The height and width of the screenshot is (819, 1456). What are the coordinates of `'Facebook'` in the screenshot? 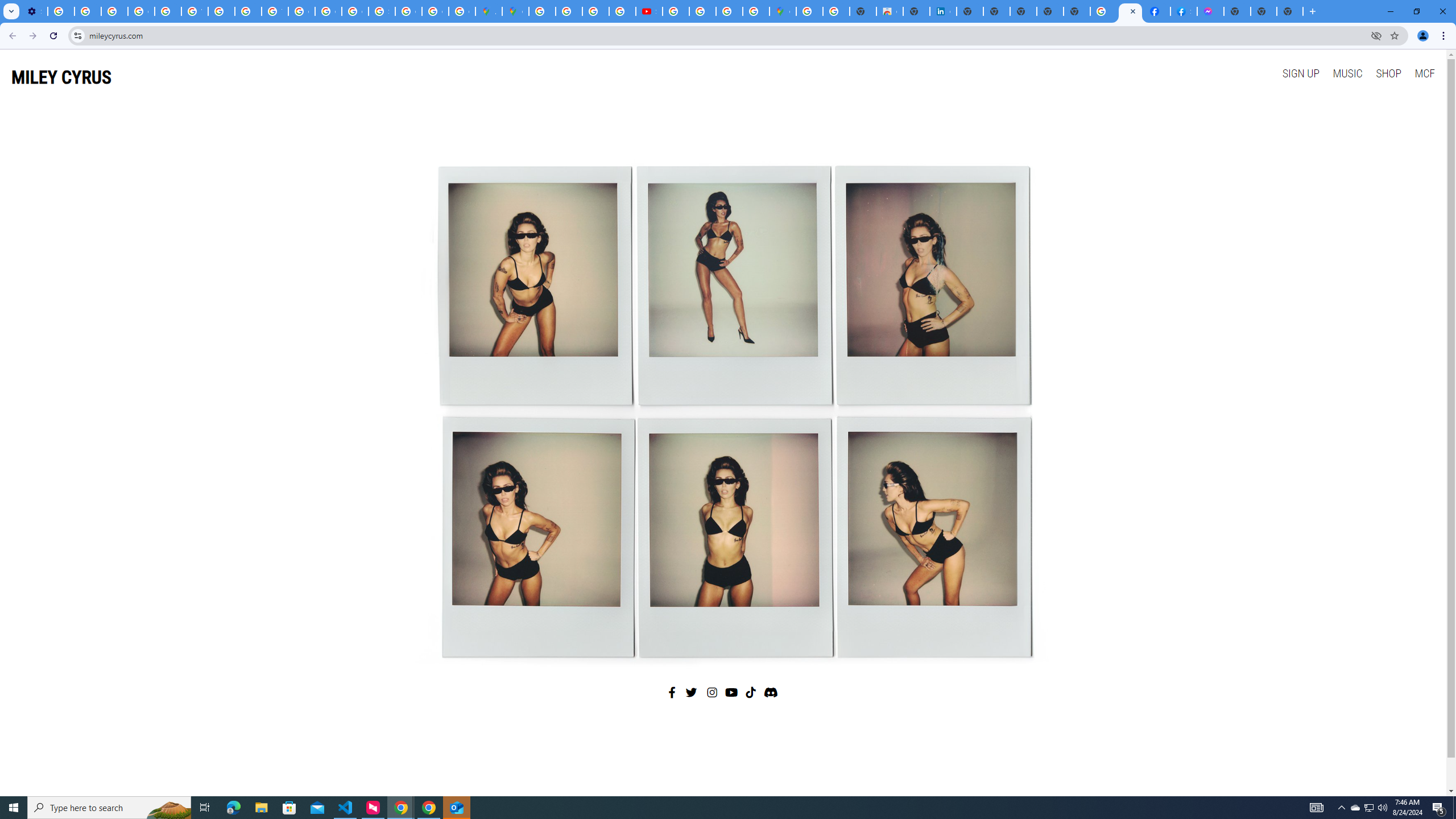 It's located at (672, 692).